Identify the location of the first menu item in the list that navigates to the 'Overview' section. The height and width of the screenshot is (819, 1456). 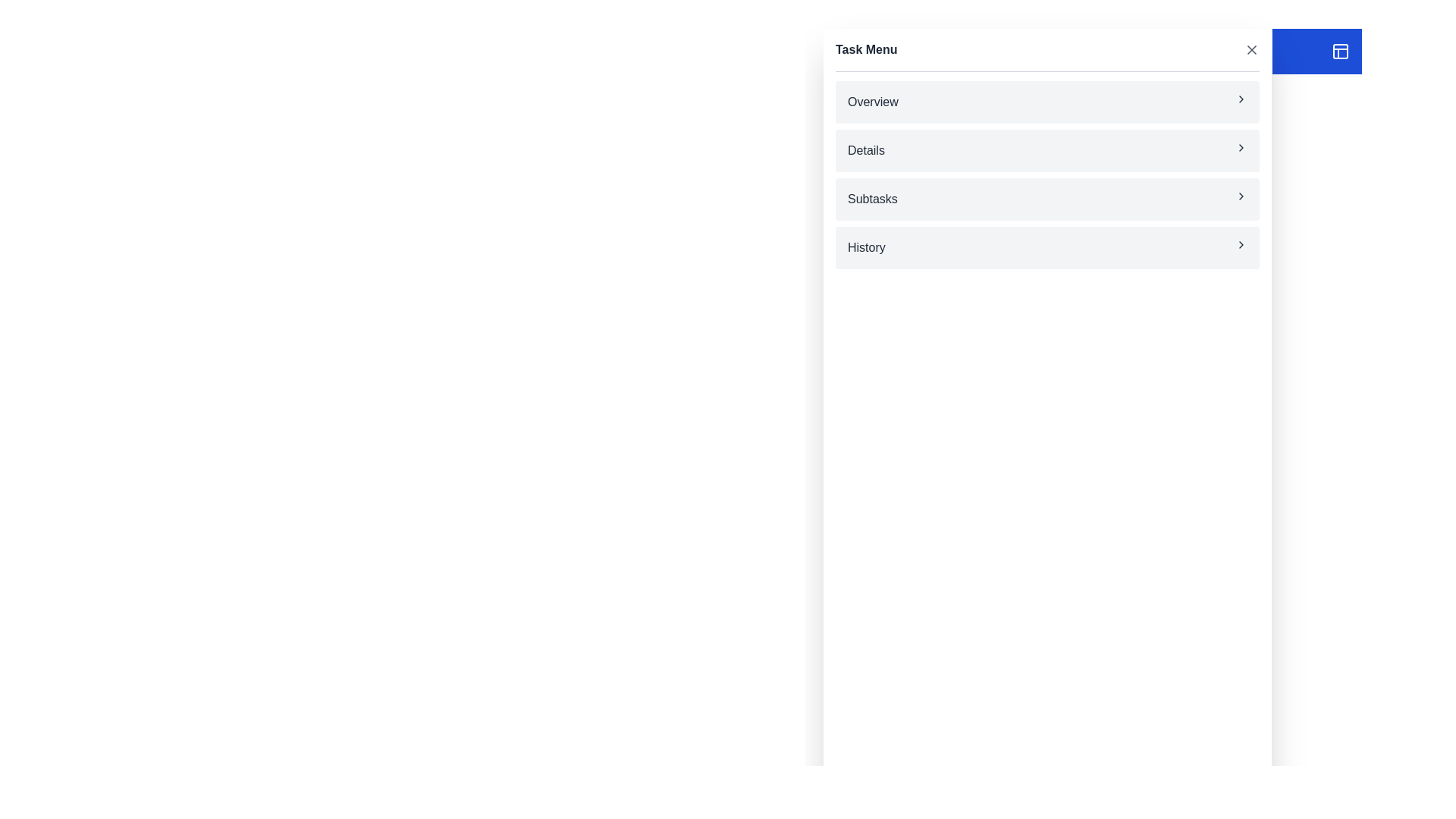
(1046, 102).